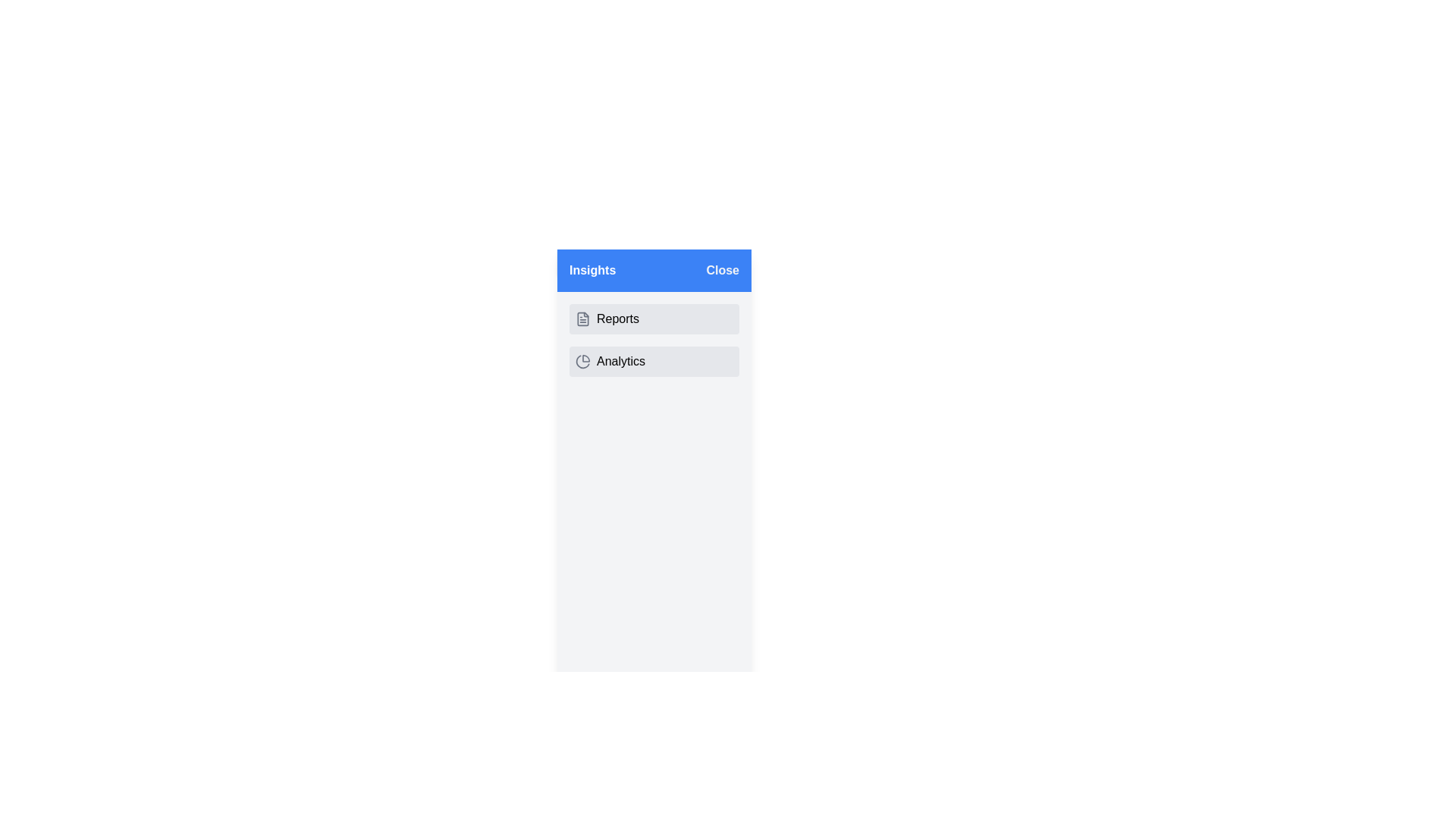 The height and width of the screenshot is (819, 1456). I want to click on the leftmost button with an icon in the horizontal row of interactive buttons at the top of the sidebar, so click(570, 262).